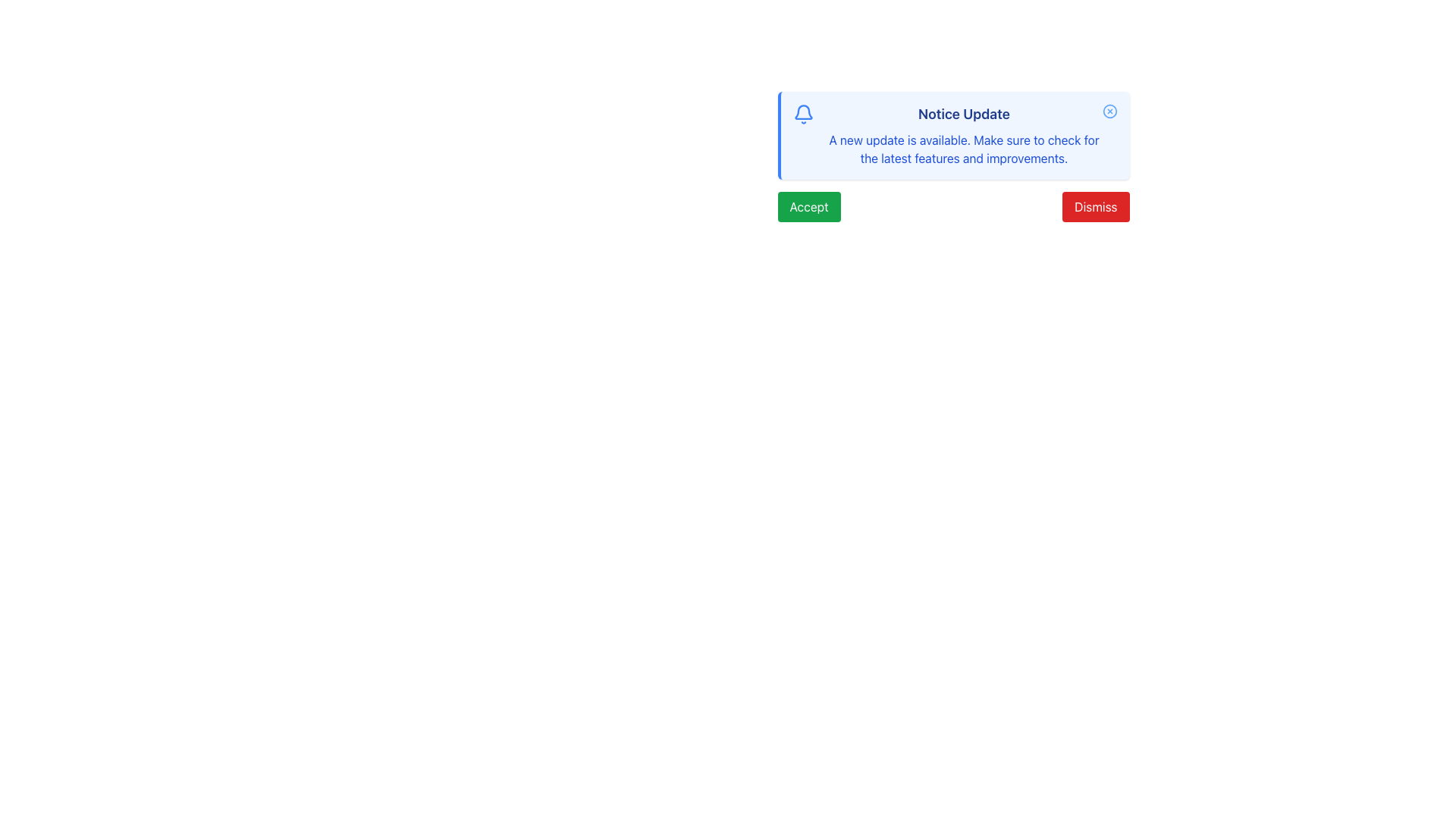 Image resolution: width=1456 pixels, height=819 pixels. Describe the element at coordinates (963, 149) in the screenshot. I see `informational text content about the new update located directly beneath the 'Notice Update' text in the notification box` at that location.